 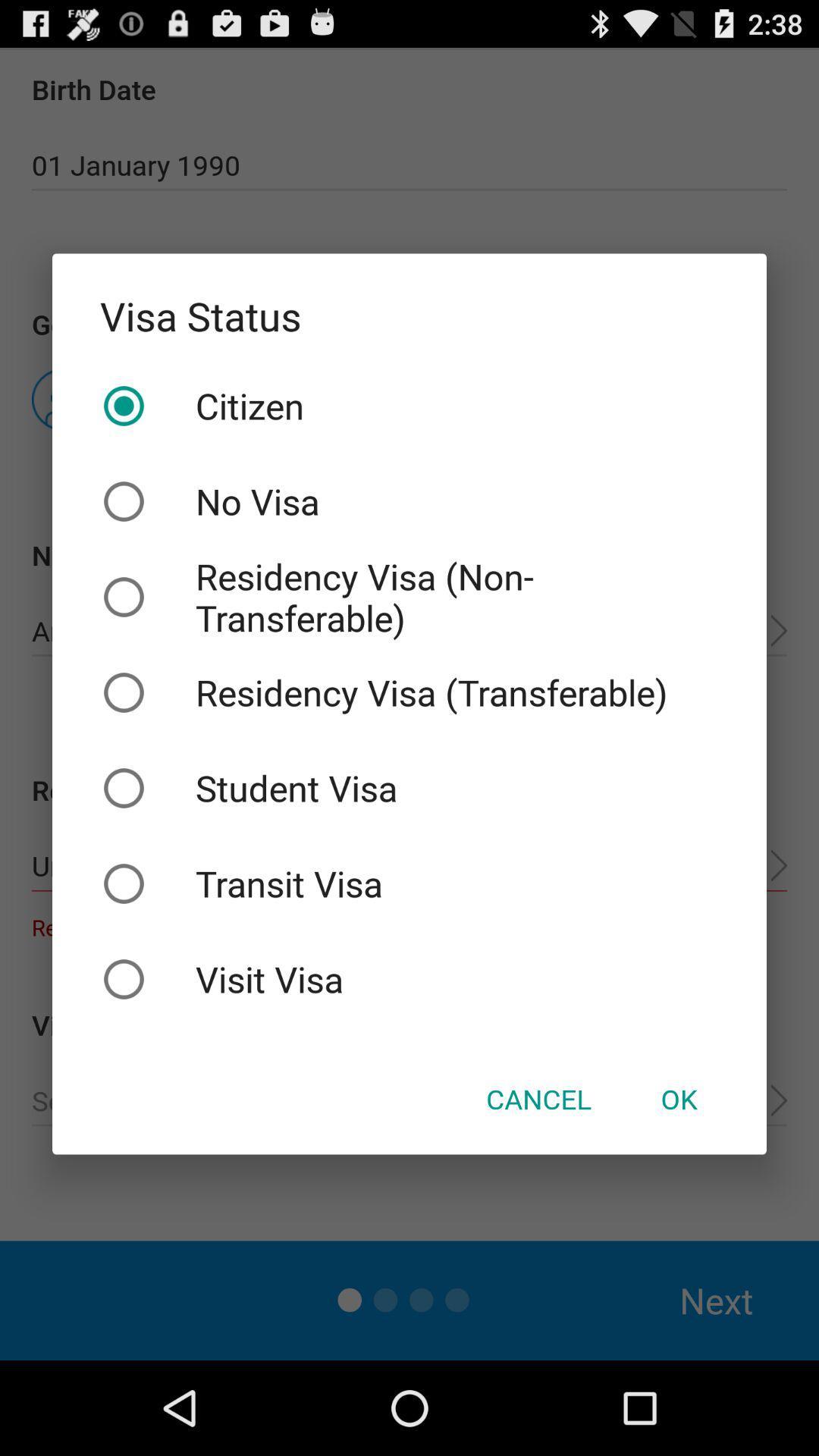 I want to click on the icon below visit visa icon, so click(x=538, y=1099).